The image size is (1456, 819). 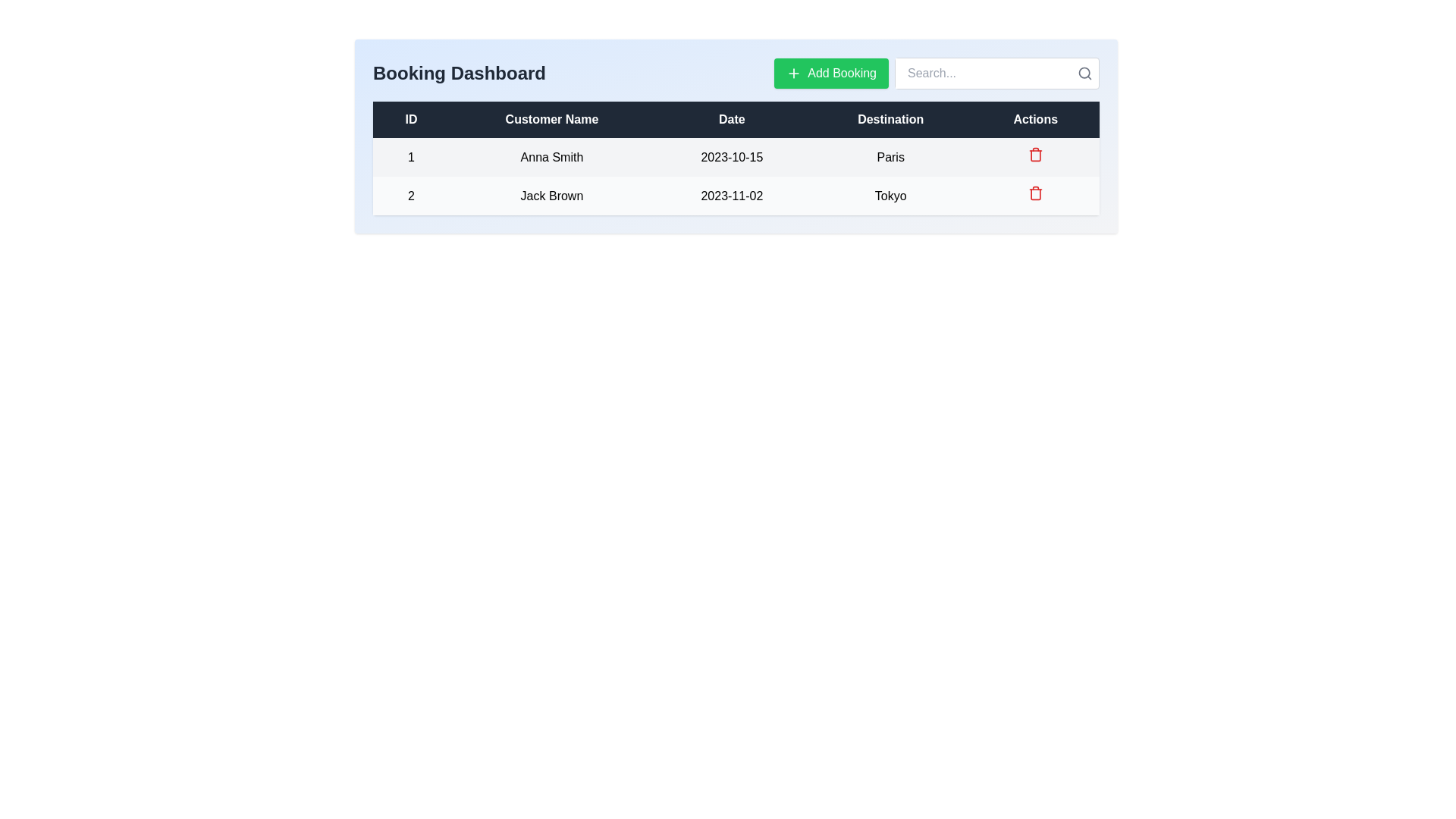 I want to click on the 'Destination' text label, which is the fourth column header in the table between 'Date' and 'Actions', so click(x=890, y=119).